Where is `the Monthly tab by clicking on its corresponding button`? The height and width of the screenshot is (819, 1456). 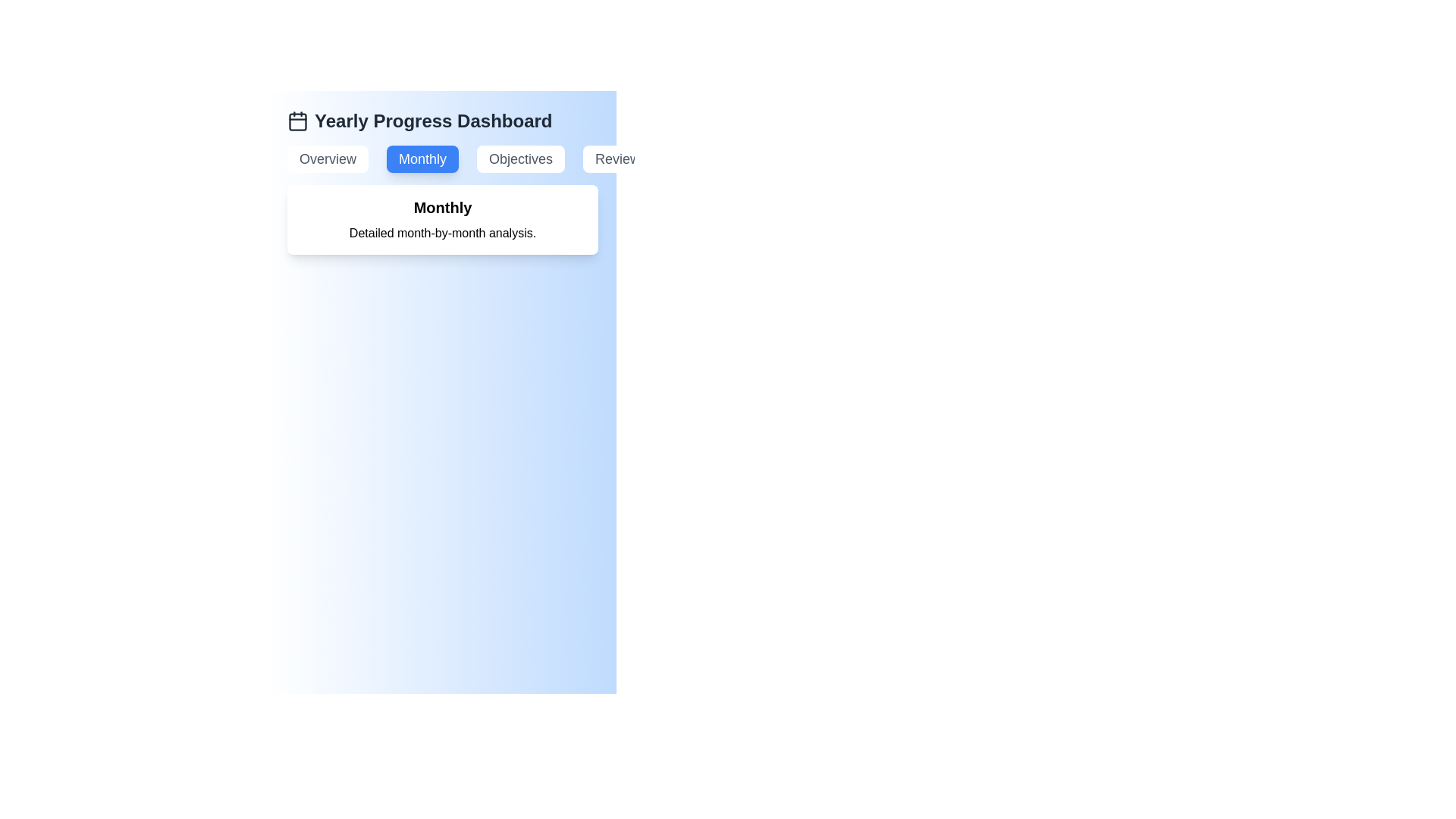
the Monthly tab by clicking on its corresponding button is located at coordinates (422, 158).